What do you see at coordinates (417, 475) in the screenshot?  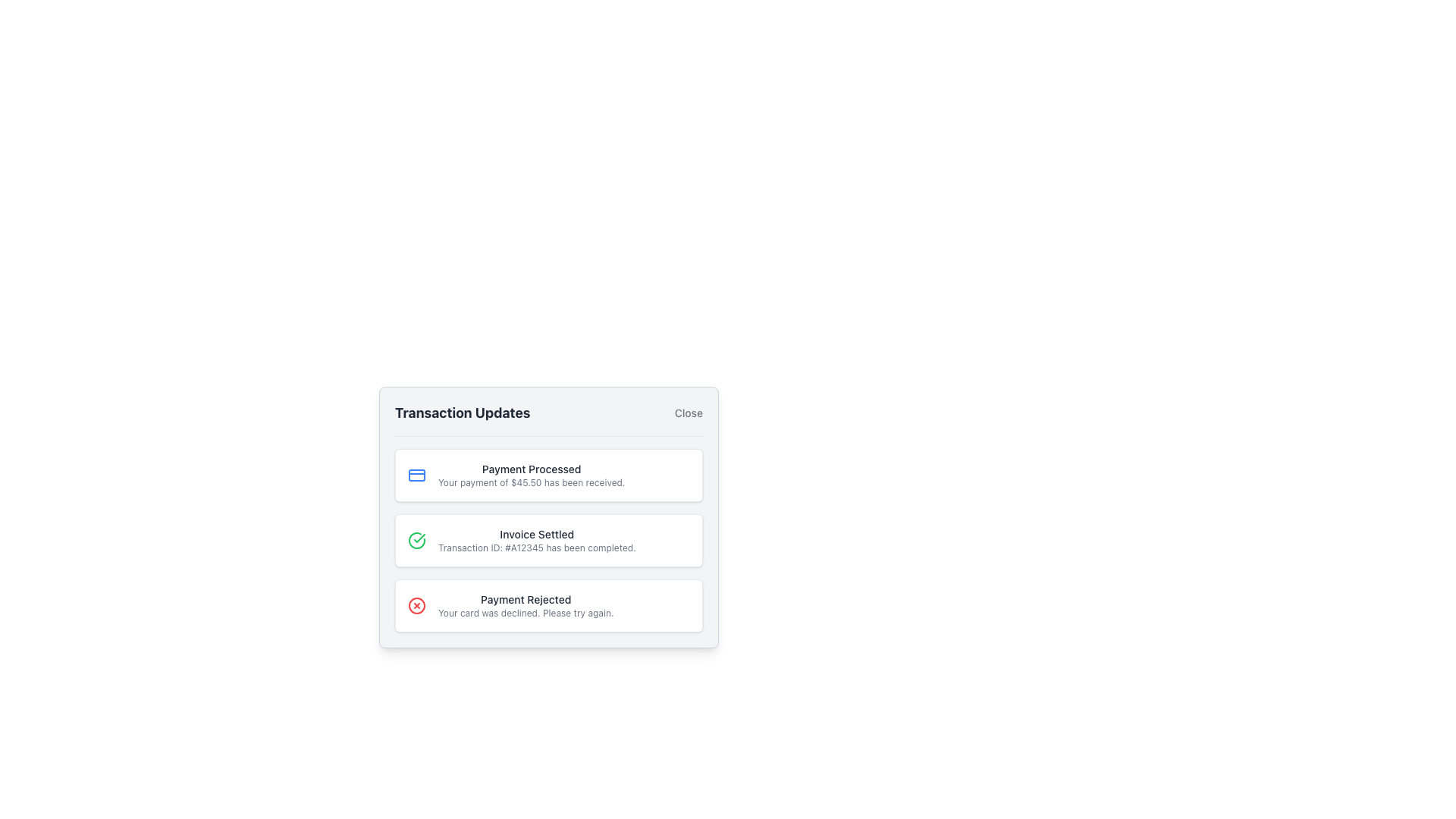 I see `the SVG rectangle representing the credit card icon located next to the 'Payment Processed' text in the 'Transaction Updates' section to interact with the icon` at bounding box center [417, 475].